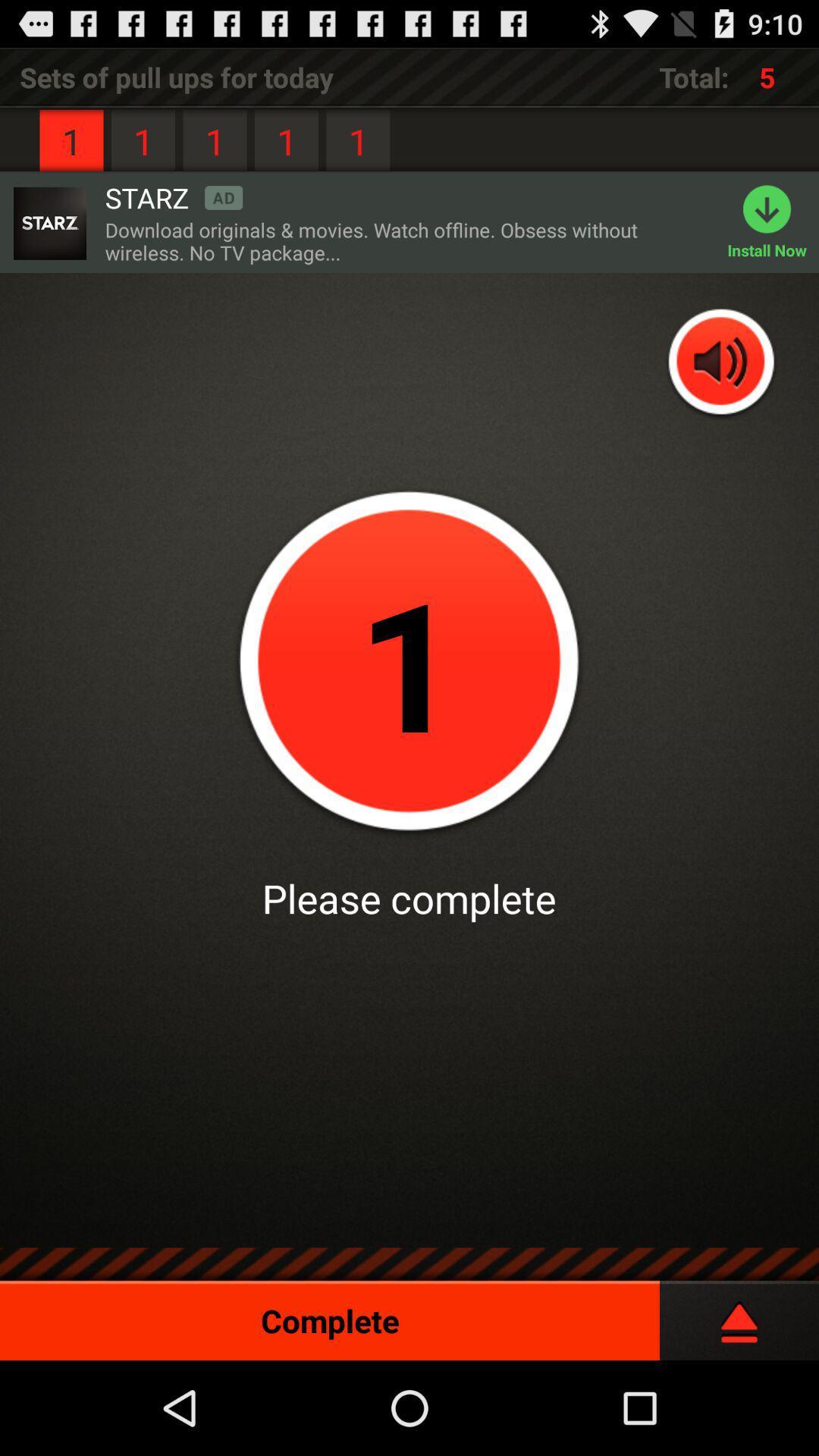  Describe the element at coordinates (407, 240) in the screenshot. I see `item below starz app` at that location.